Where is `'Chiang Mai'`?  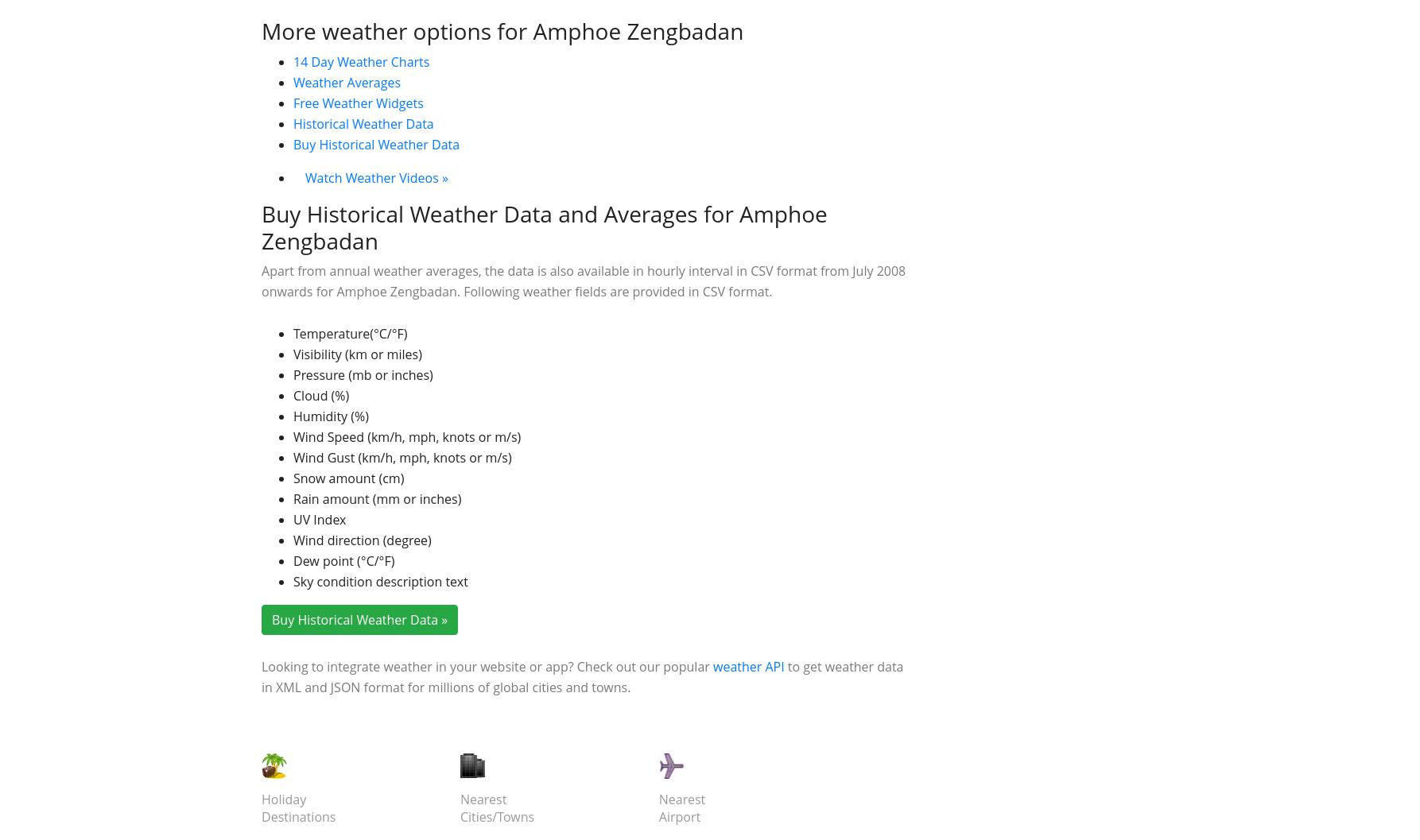 'Chiang Mai' is located at coordinates (358, 110).